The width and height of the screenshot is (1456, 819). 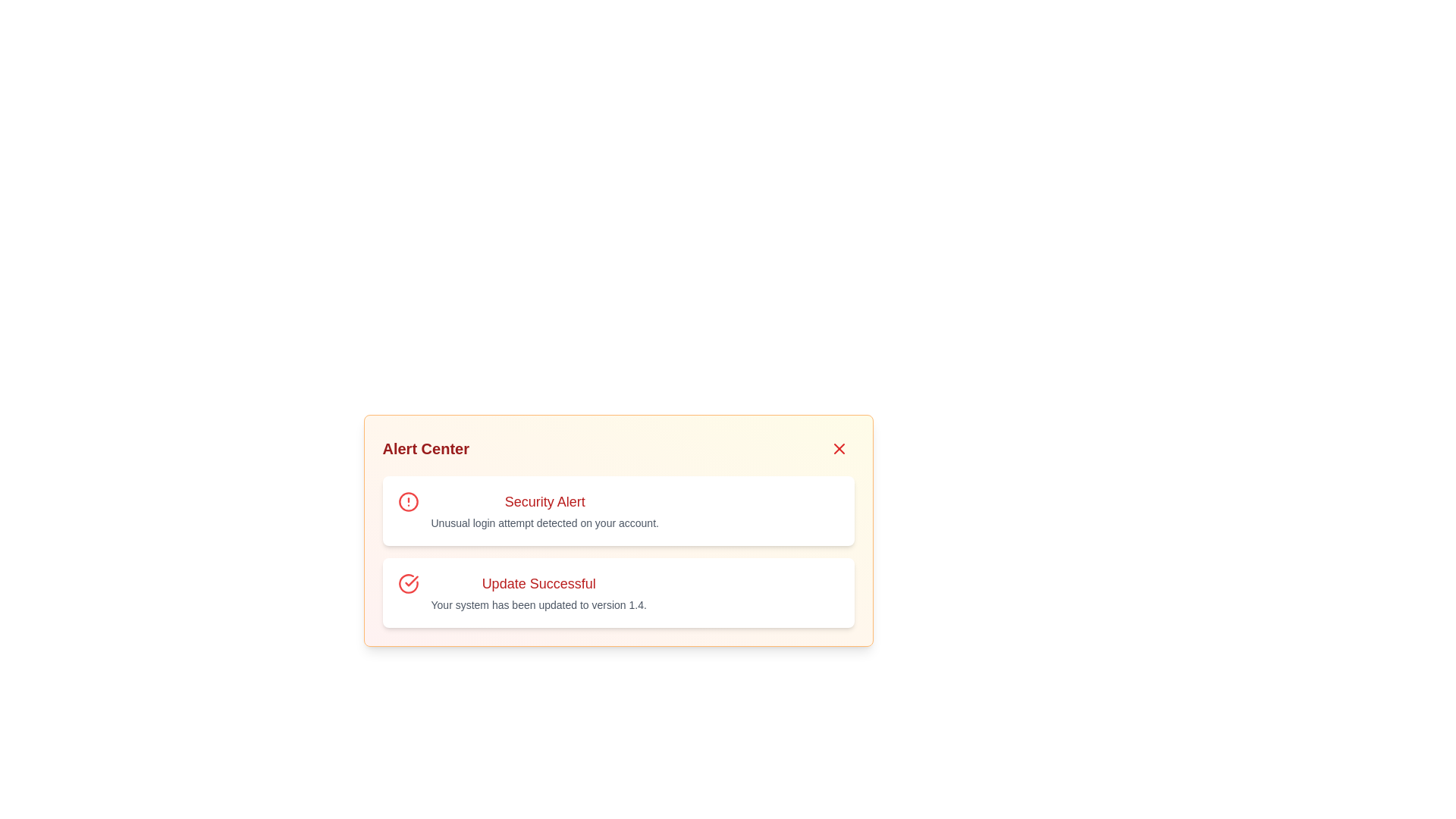 What do you see at coordinates (838, 447) in the screenshot?
I see `the Close Button located in the top right corner of the 'Alert Center' box` at bounding box center [838, 447].